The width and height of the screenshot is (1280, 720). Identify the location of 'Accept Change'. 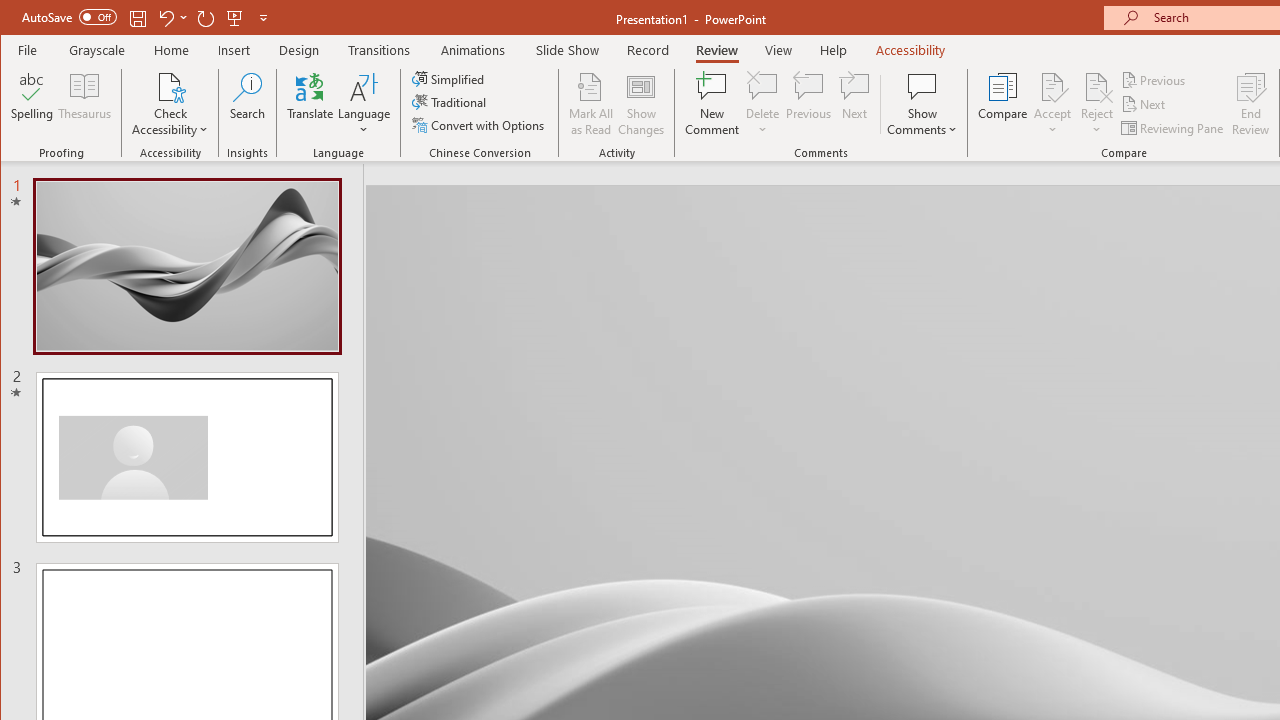
(1051, 85).